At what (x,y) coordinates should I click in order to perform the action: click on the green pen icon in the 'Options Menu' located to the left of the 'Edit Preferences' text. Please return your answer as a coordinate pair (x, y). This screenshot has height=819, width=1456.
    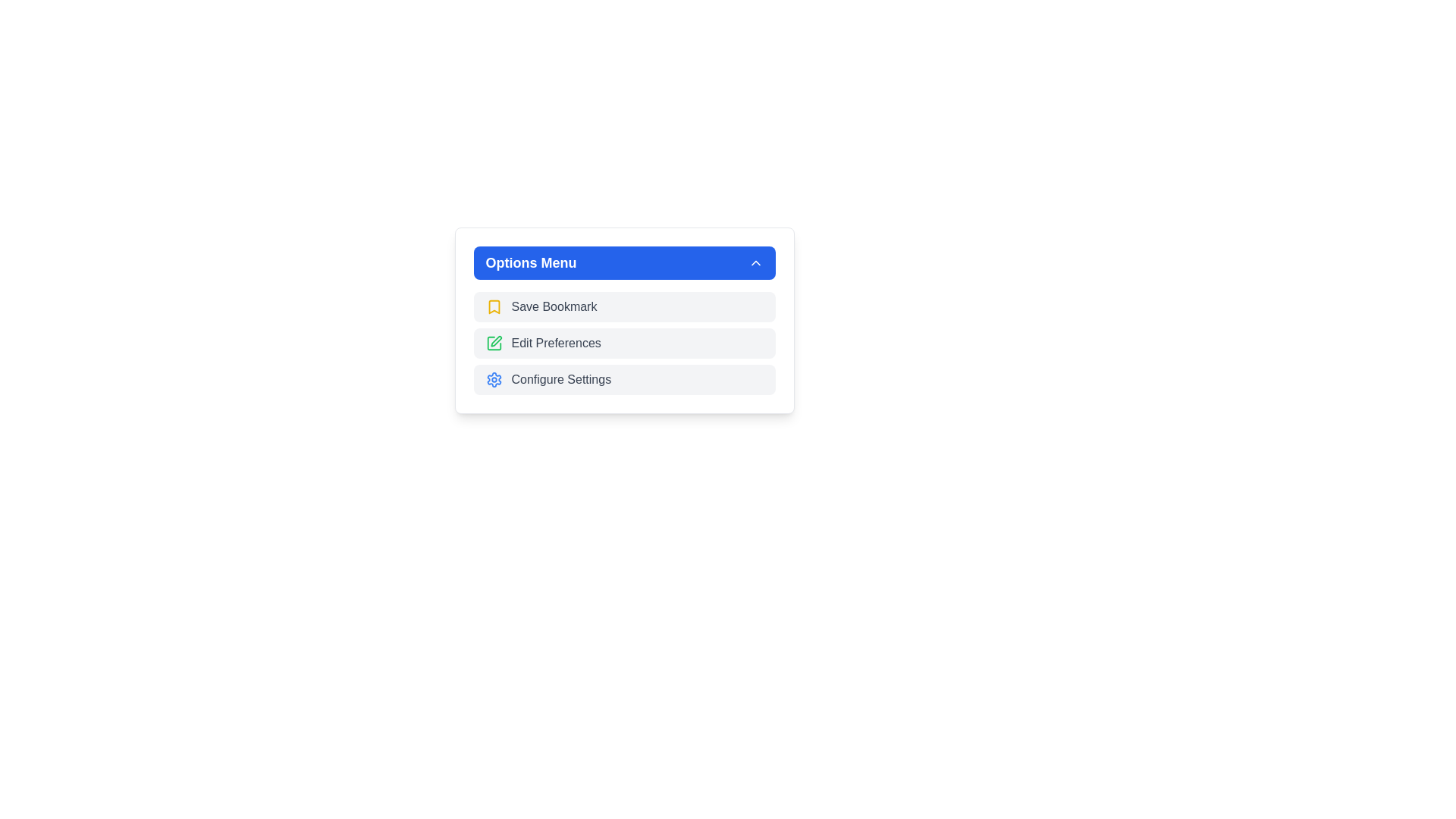
    Looking at the image, I should click on (494, 343).